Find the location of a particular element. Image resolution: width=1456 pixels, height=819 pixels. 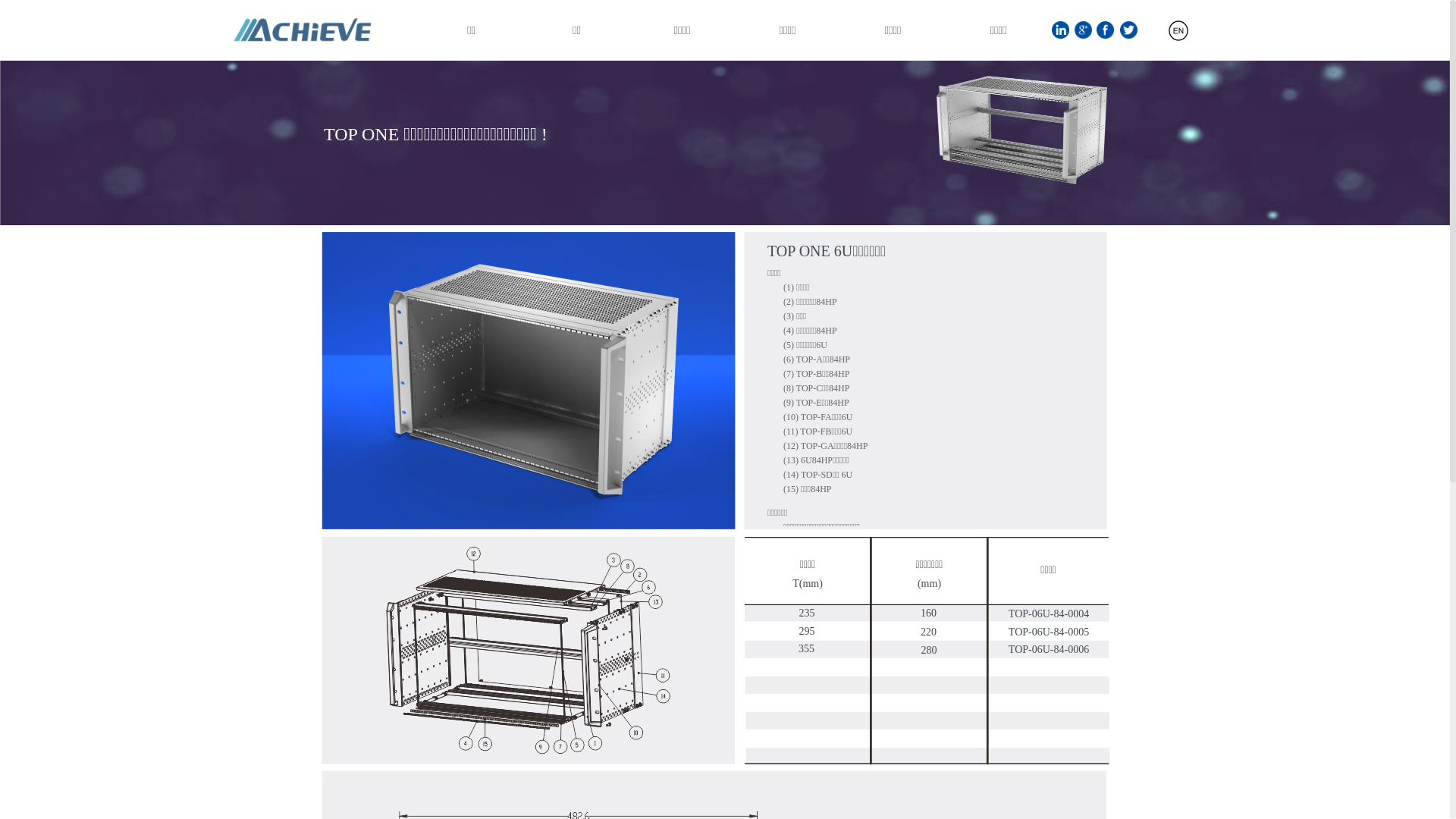

'English' is located at coordinates (1128, 36).